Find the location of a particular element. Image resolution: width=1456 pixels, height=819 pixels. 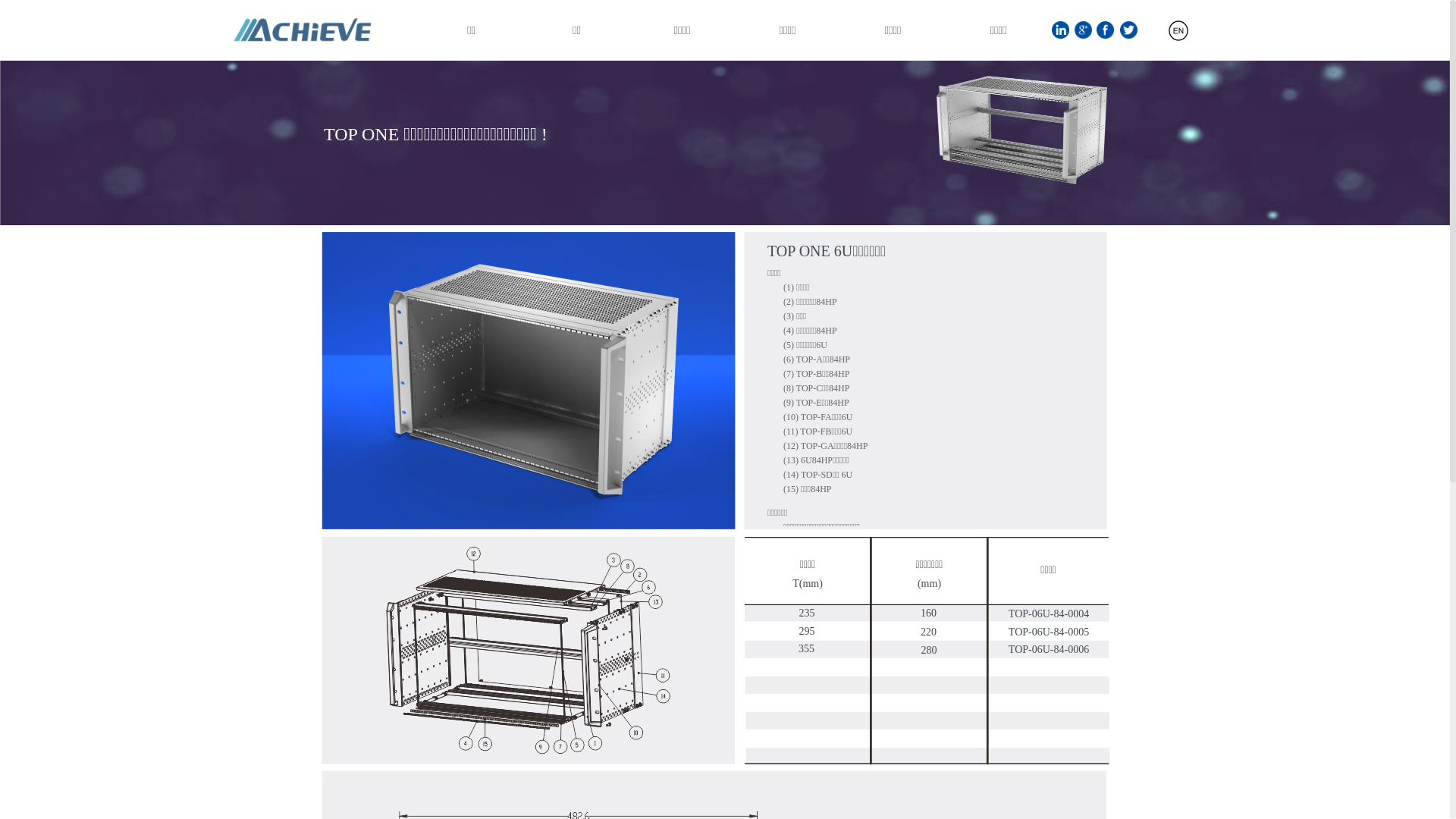

'English' is located at coordinates (1128, 36).